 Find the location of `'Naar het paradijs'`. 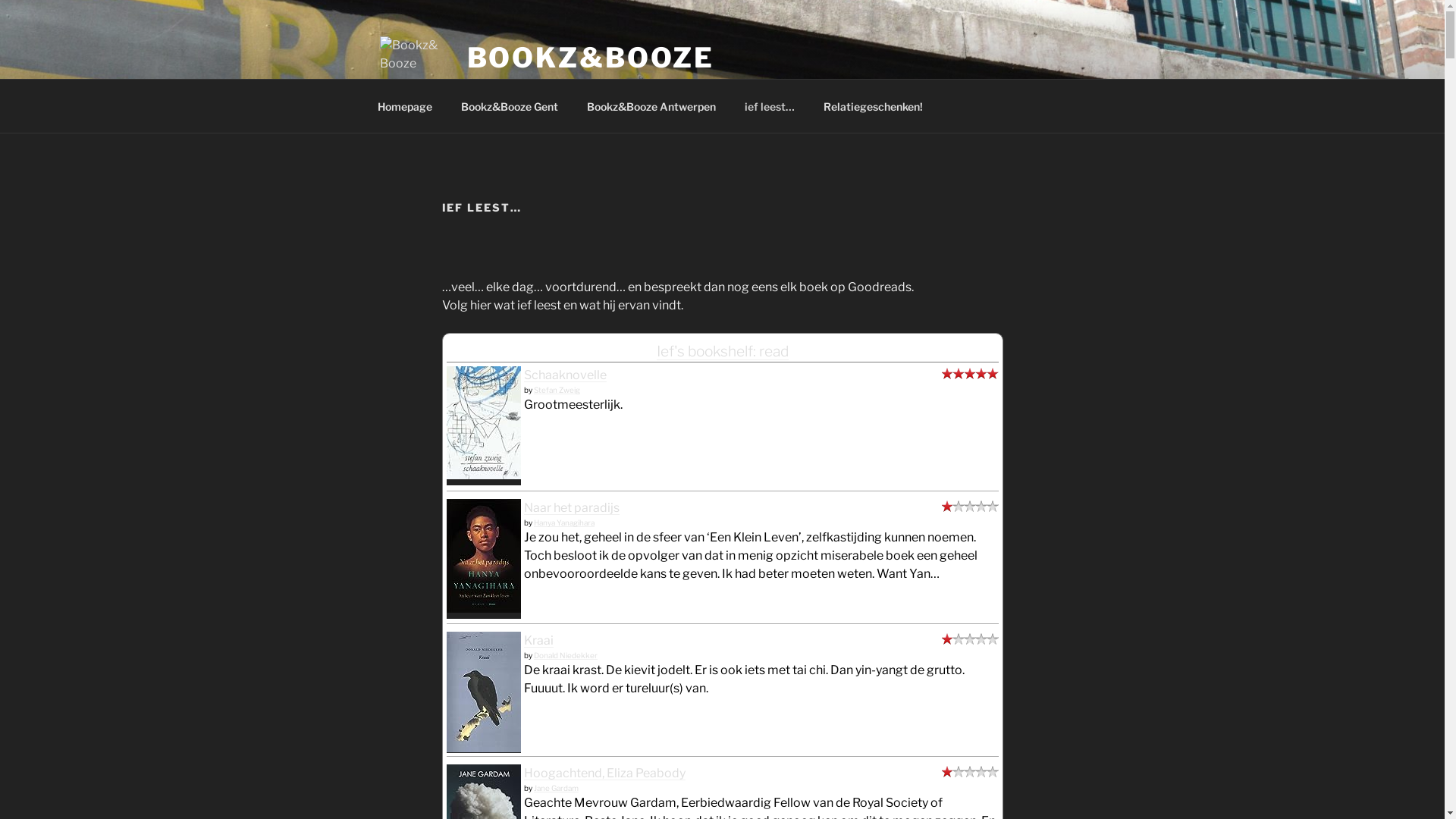

'Naar het paradijs' is located at coordinates (570, 507).